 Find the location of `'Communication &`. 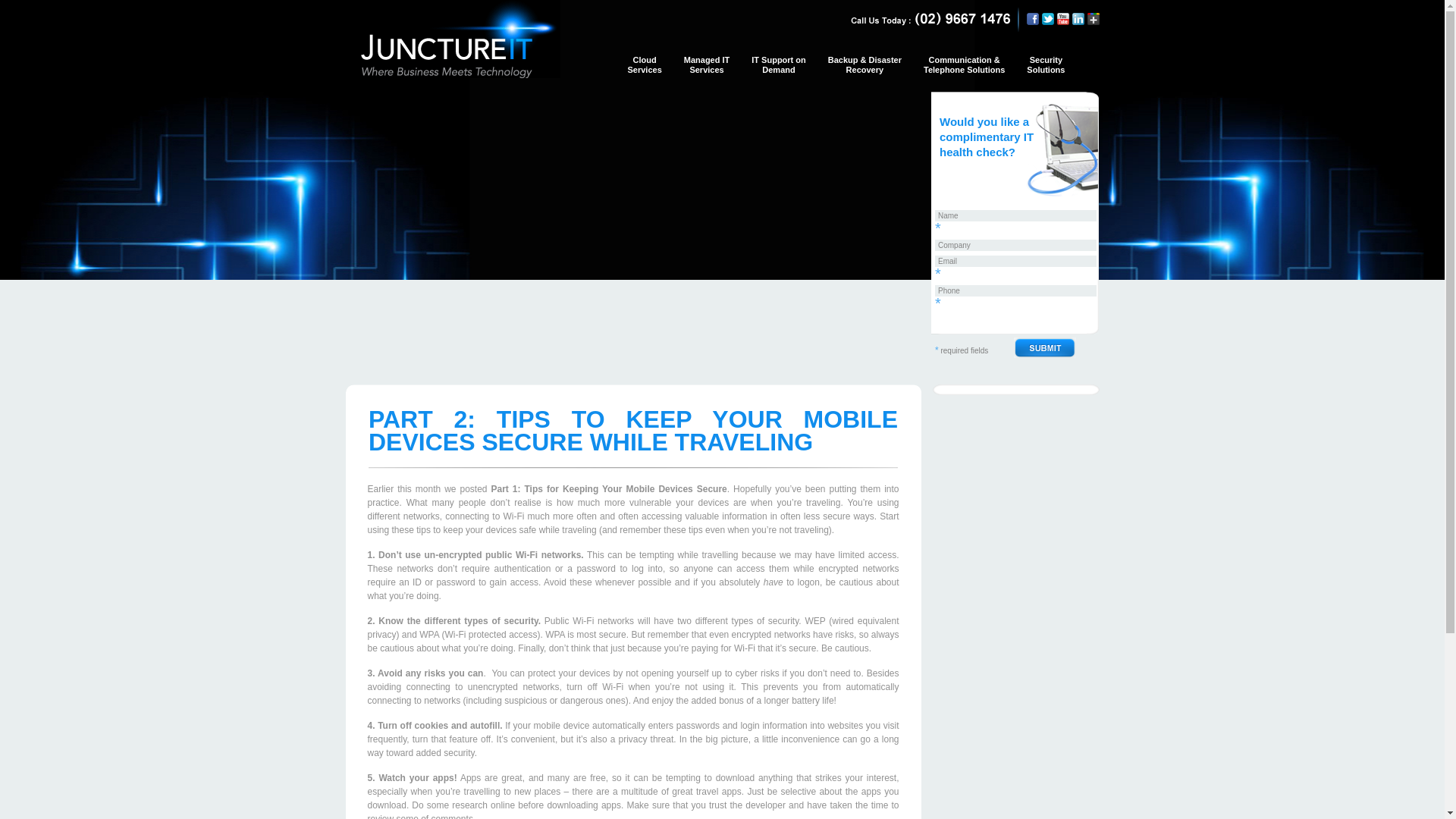

'Communication & is located at coordinates (918, 69).